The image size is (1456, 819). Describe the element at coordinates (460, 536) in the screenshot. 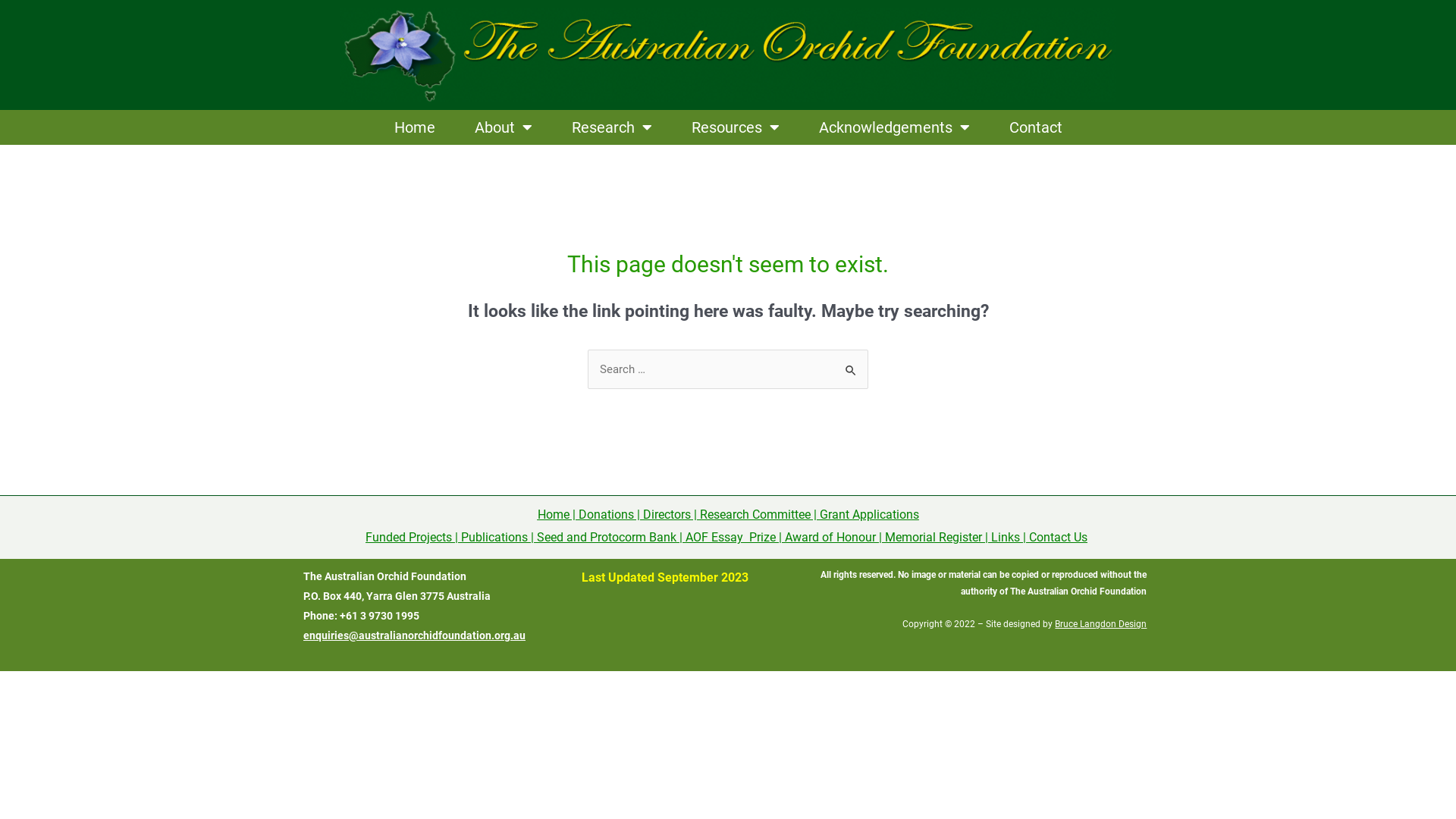

I see `'Publications'` at that location.